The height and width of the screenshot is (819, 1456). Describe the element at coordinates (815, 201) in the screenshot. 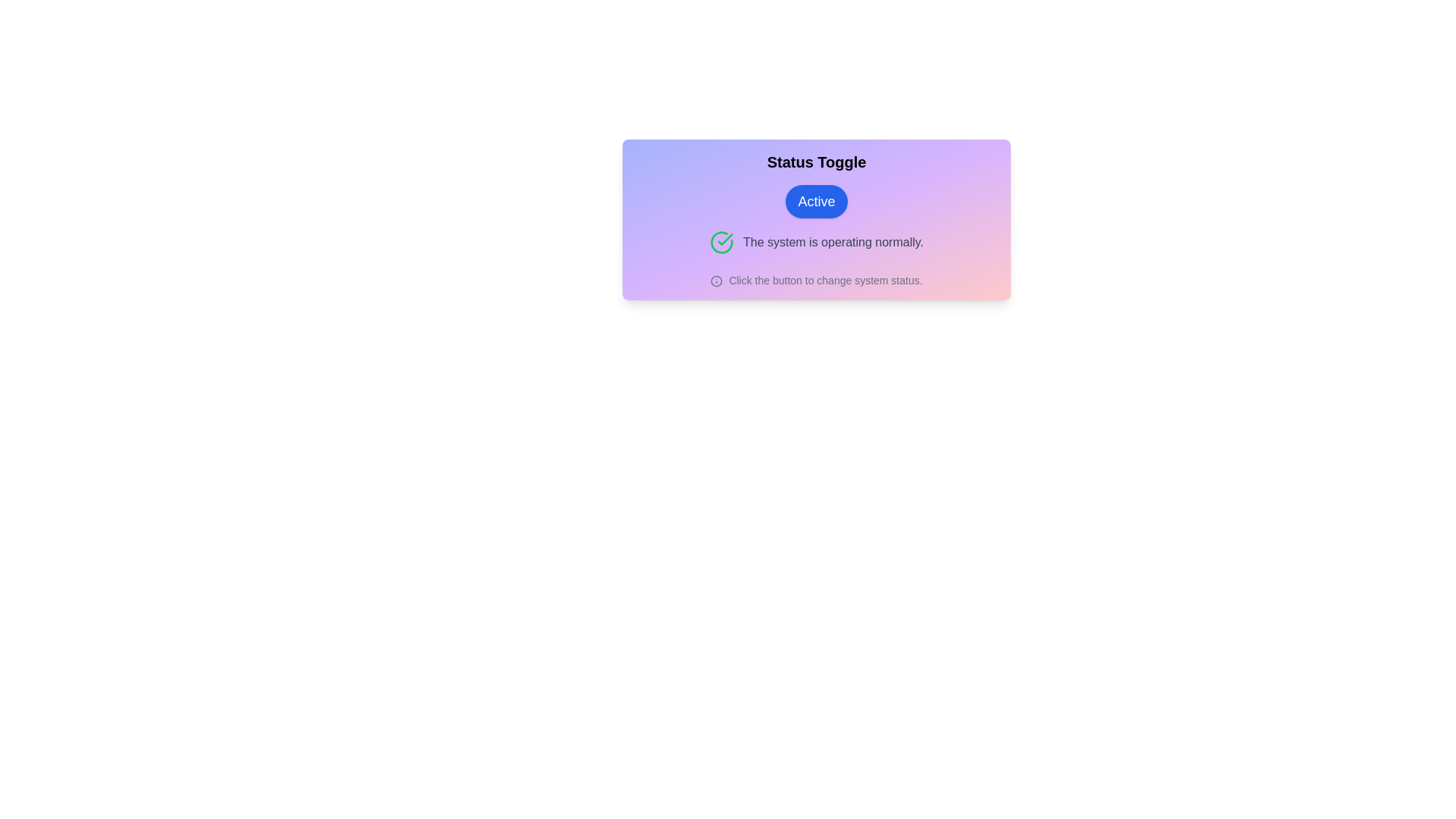

I see `the button to observe hover effects` at that location.